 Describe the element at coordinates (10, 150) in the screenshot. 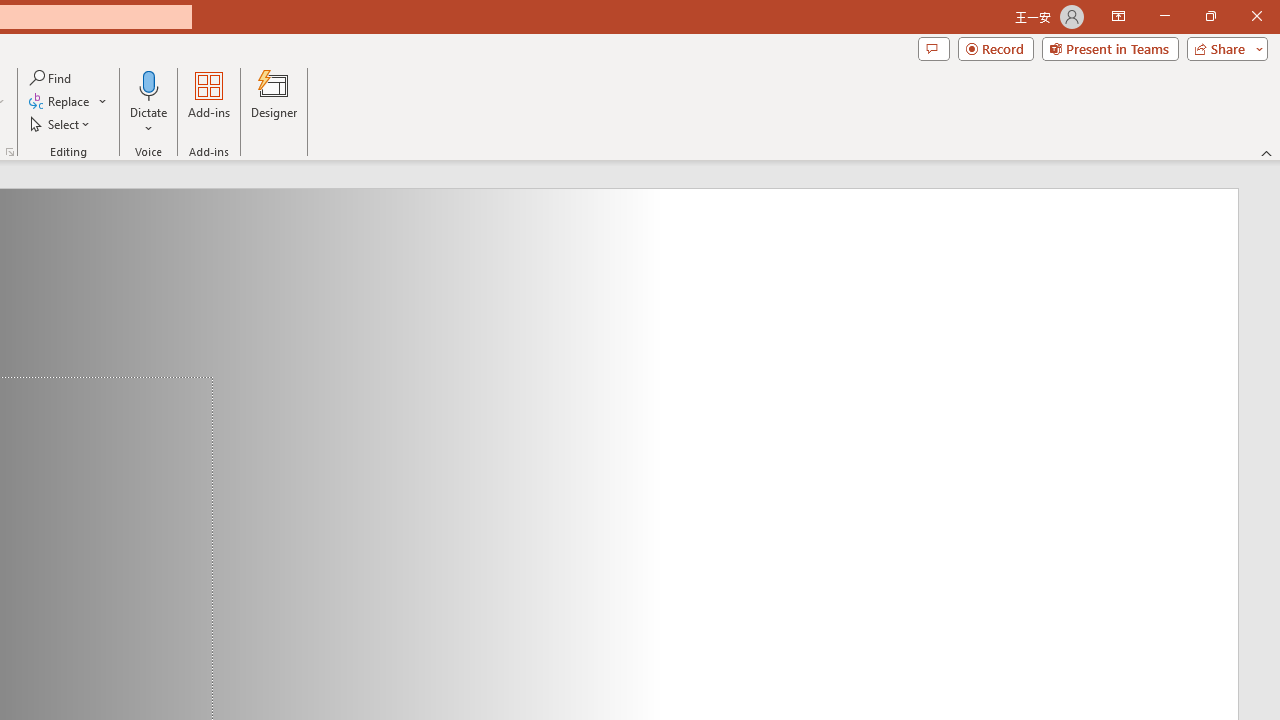

I see `'Format Object...'` at that location.